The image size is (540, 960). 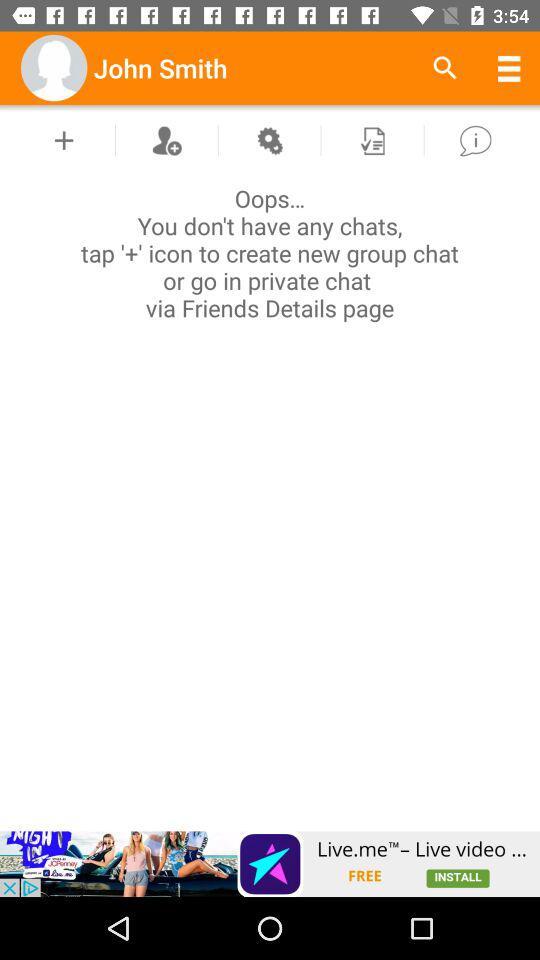 I want to click on the settings icon, so click(x=269, y=139).